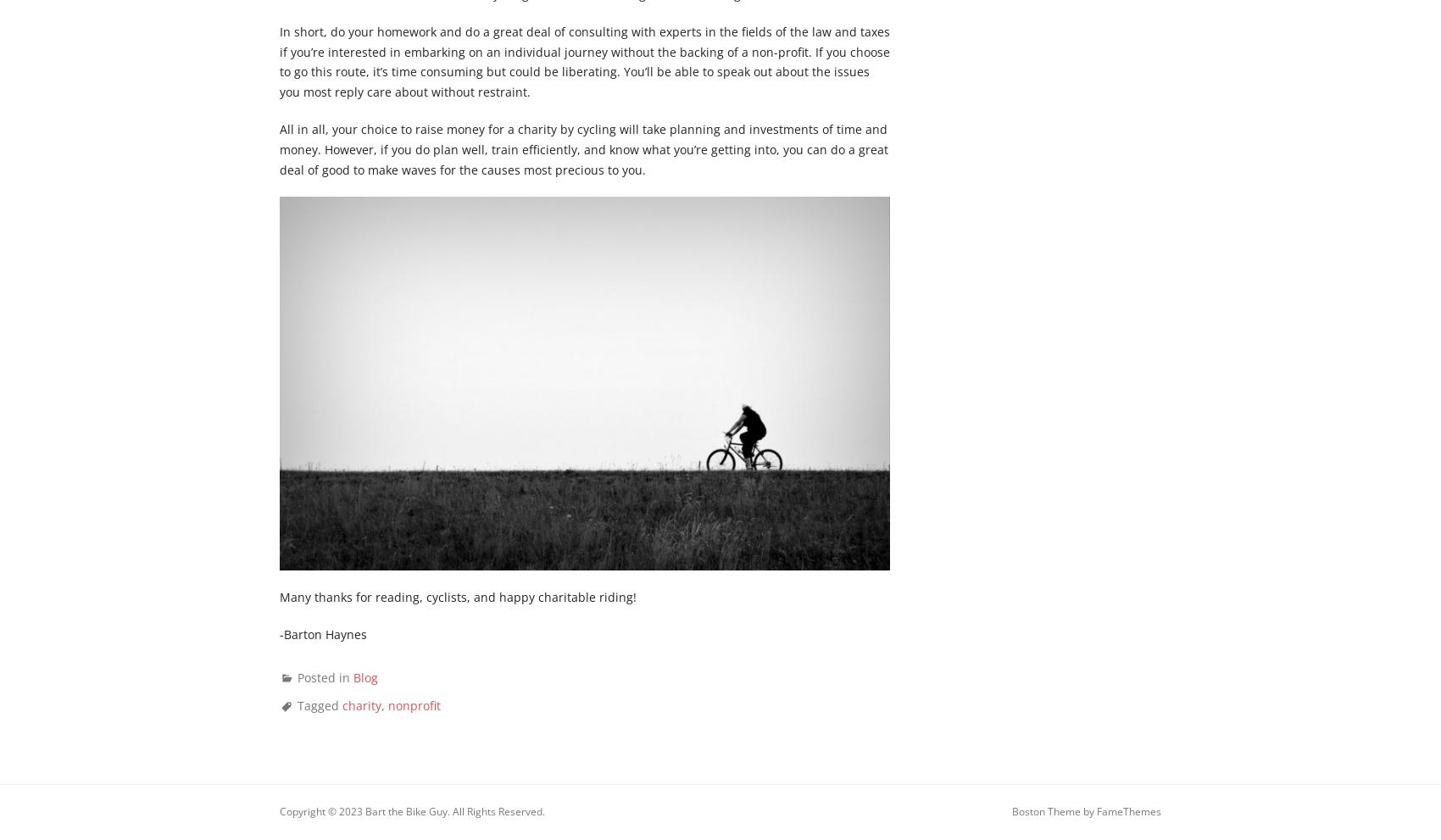 The image size is (1441, 840). What do you see at coordinates (584, 149) in the screenshot?
I see `'All in all, your choice to raise money for a charity by cycling will take planning and investments of time and money. However, if you do plan well, train efficiently, and know what you’re getting into, you can do a great deal of good to make waves for the causes most precious to you.'` at bounding box center [584, 149].